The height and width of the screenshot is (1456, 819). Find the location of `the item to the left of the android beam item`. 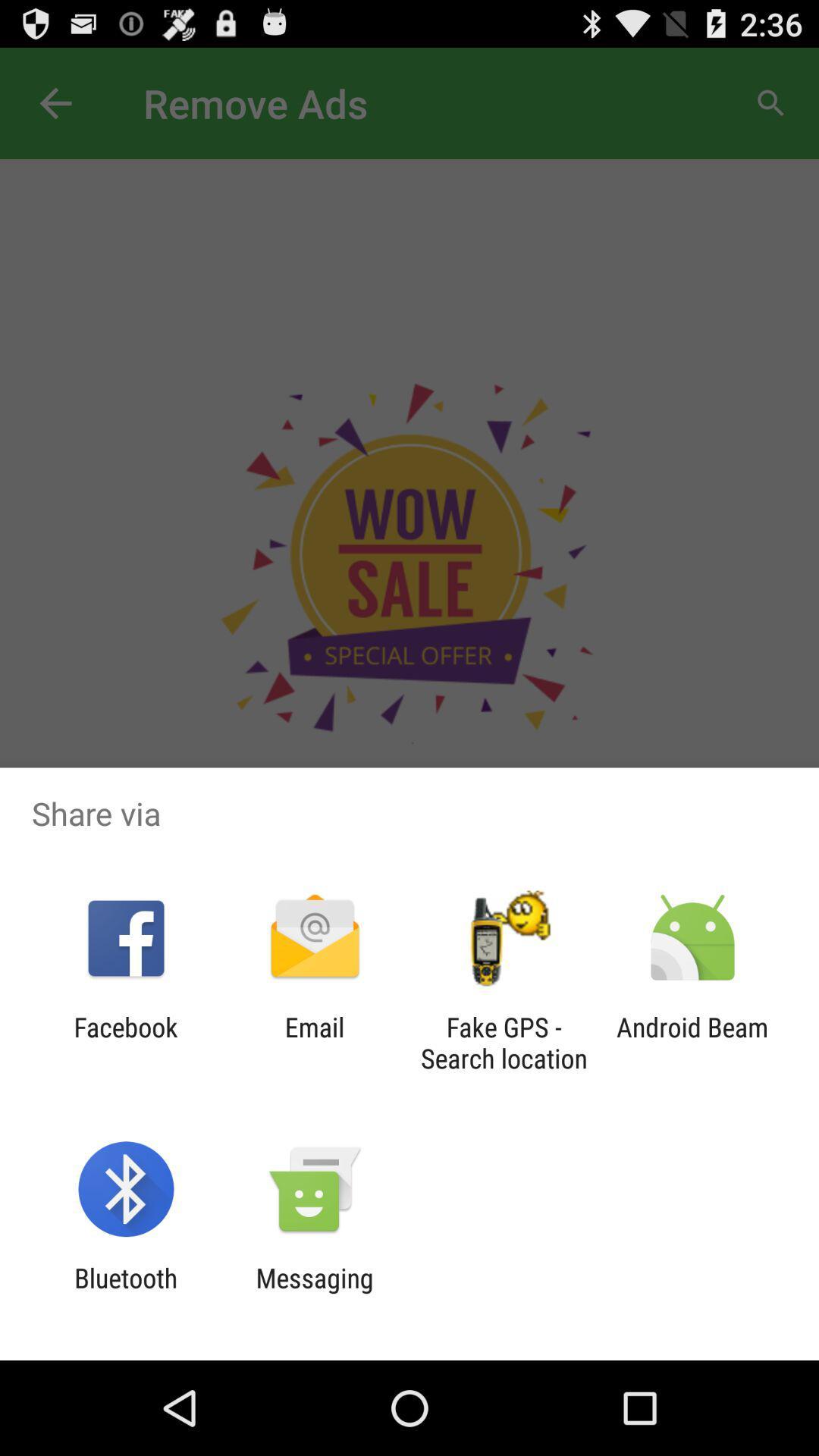

the item to the left of the android beam item is located at coordinates (504, 1042).